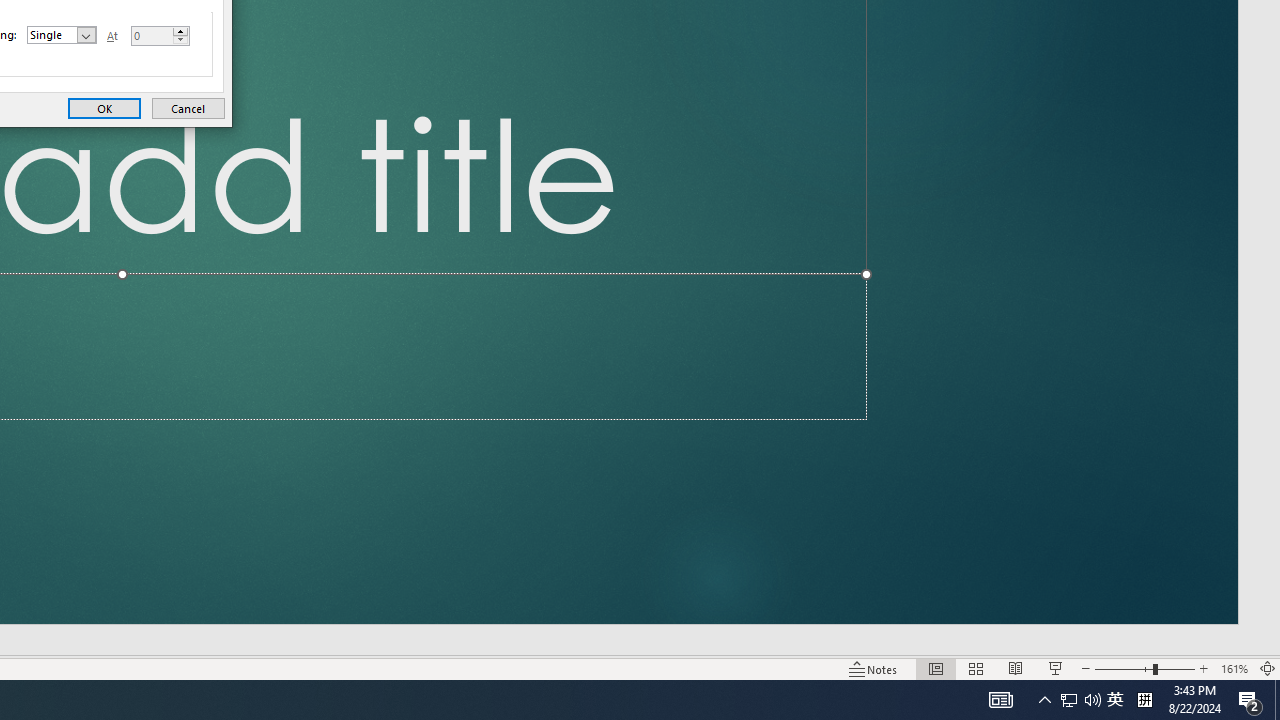 The image size is (1280, 720). I want to click on 'Notification Chevron', so click(1044, 698).